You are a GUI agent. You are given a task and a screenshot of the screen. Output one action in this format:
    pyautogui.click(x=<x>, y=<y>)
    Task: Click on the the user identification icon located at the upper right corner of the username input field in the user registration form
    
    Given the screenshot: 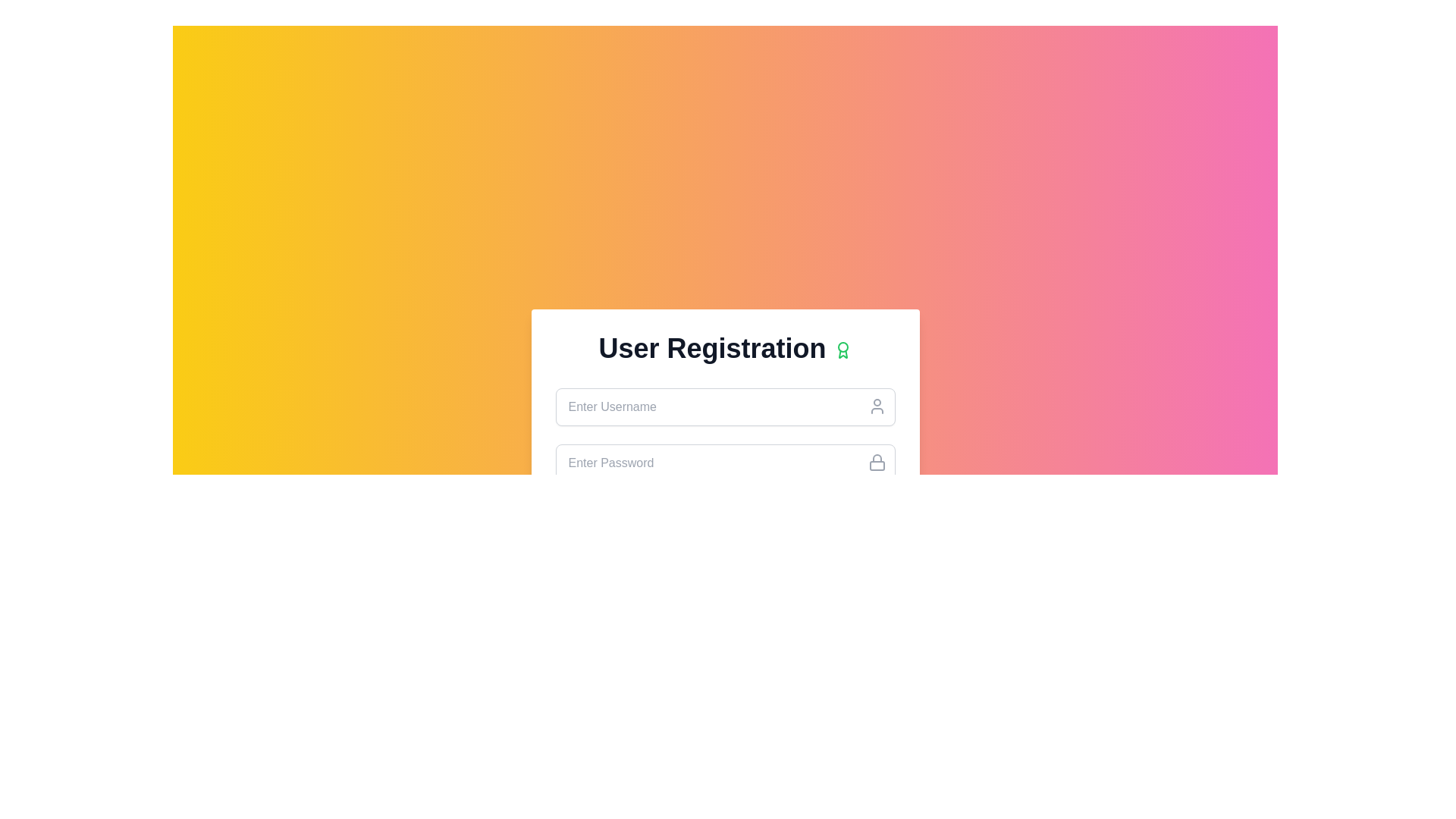 What is the action you would take?
    pyautogui.click(x=877, y=406)
    